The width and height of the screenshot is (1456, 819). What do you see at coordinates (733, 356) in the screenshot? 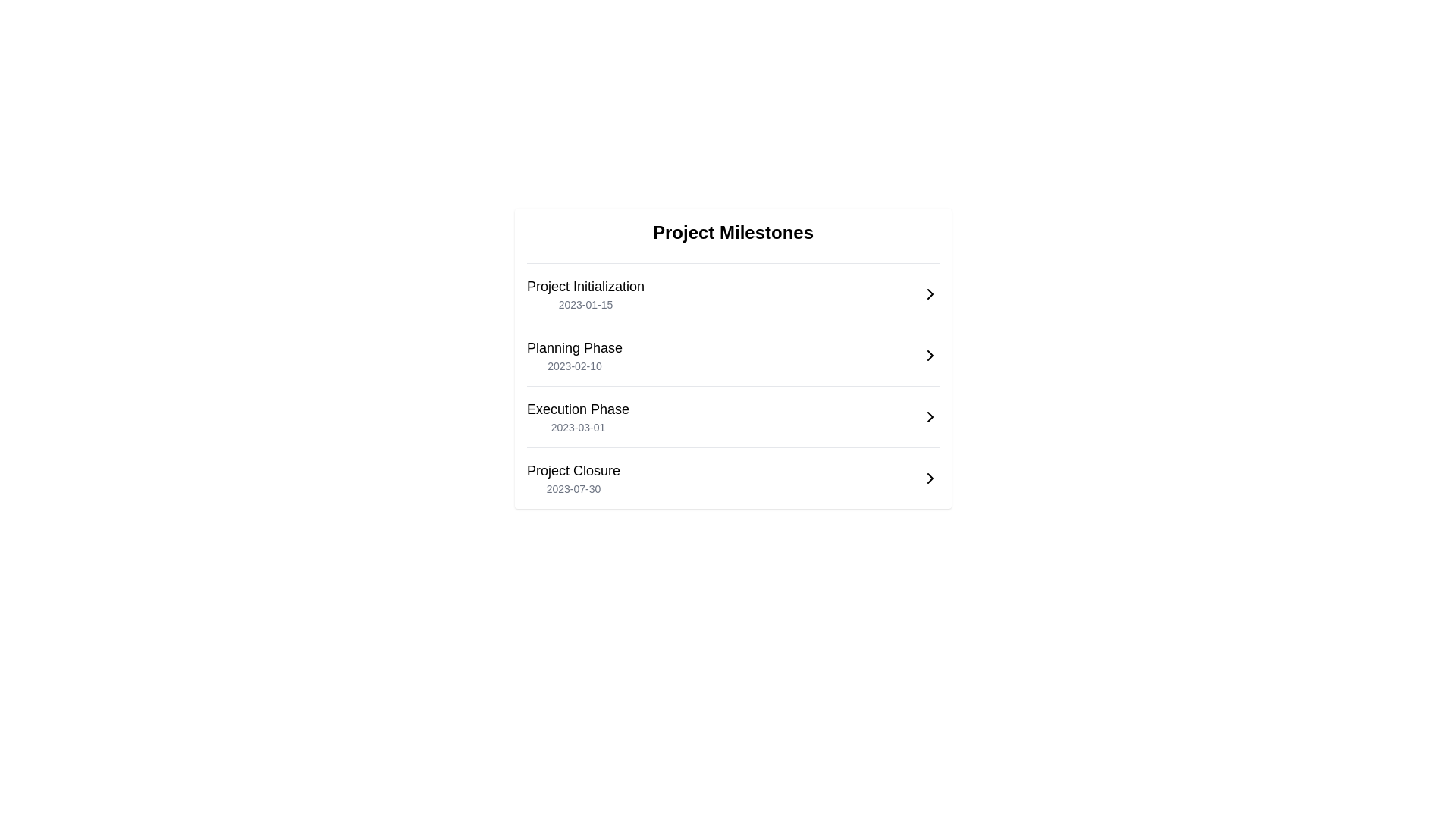
I see `the second item in the vertically aligned list representing the Planning Phase milestone` at bounding box center [733, 356].